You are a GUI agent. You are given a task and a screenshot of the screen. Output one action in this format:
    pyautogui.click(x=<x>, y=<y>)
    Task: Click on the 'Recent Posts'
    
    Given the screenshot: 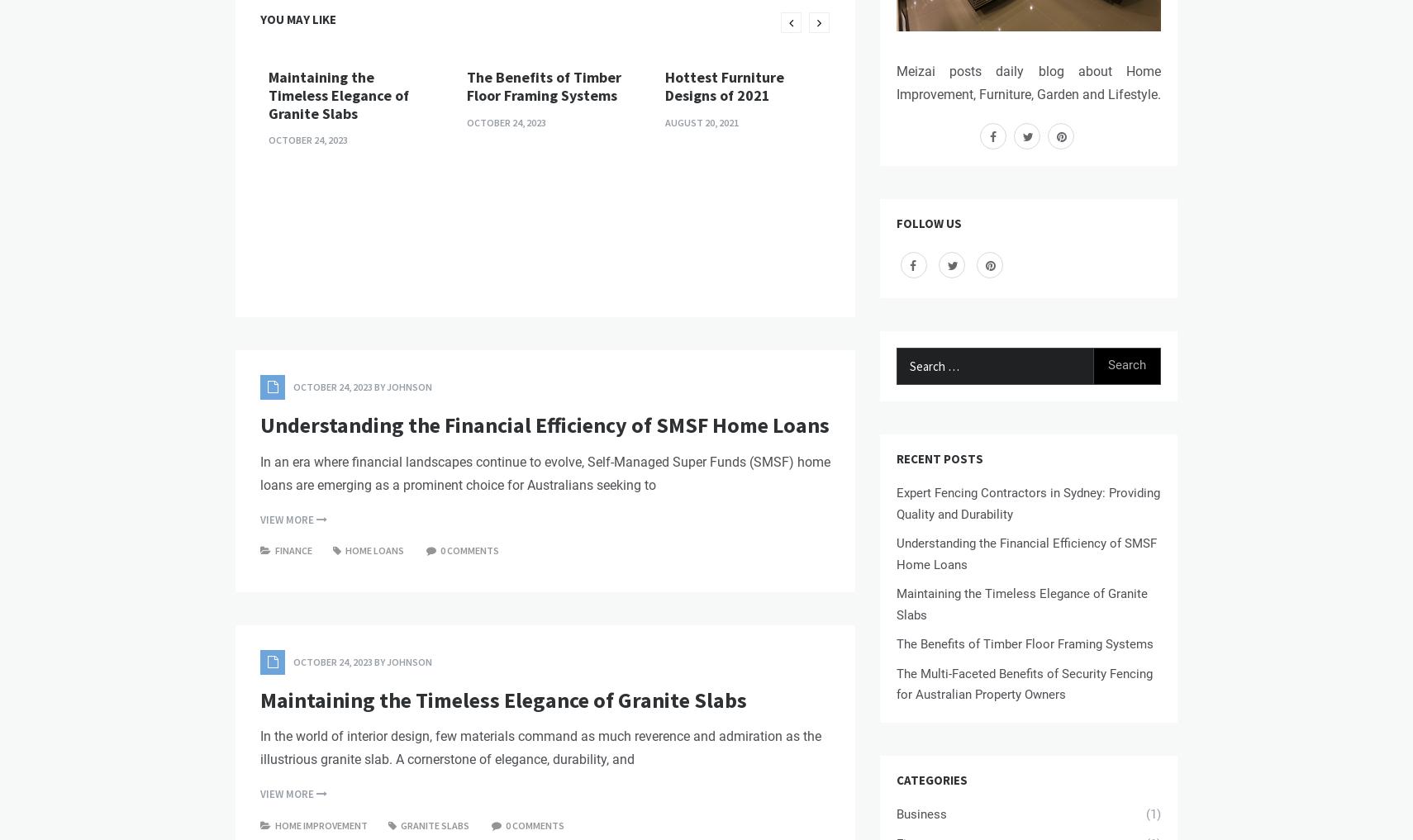 What is the action you would take?
    pyautogui.click(x=895, y=458)
    